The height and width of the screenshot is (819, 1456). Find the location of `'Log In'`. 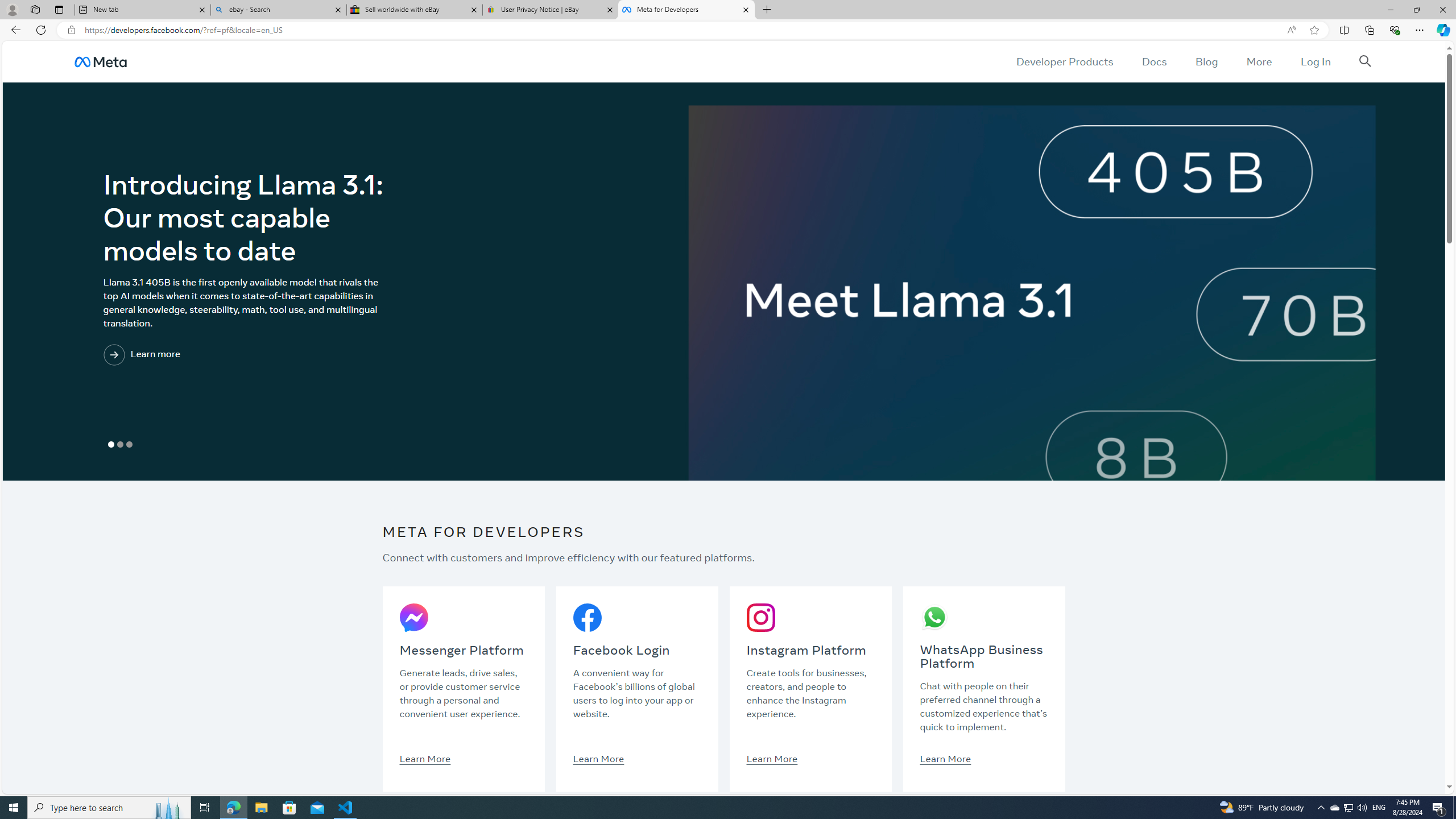

'Log In' is located at coordinates (1314, 61).